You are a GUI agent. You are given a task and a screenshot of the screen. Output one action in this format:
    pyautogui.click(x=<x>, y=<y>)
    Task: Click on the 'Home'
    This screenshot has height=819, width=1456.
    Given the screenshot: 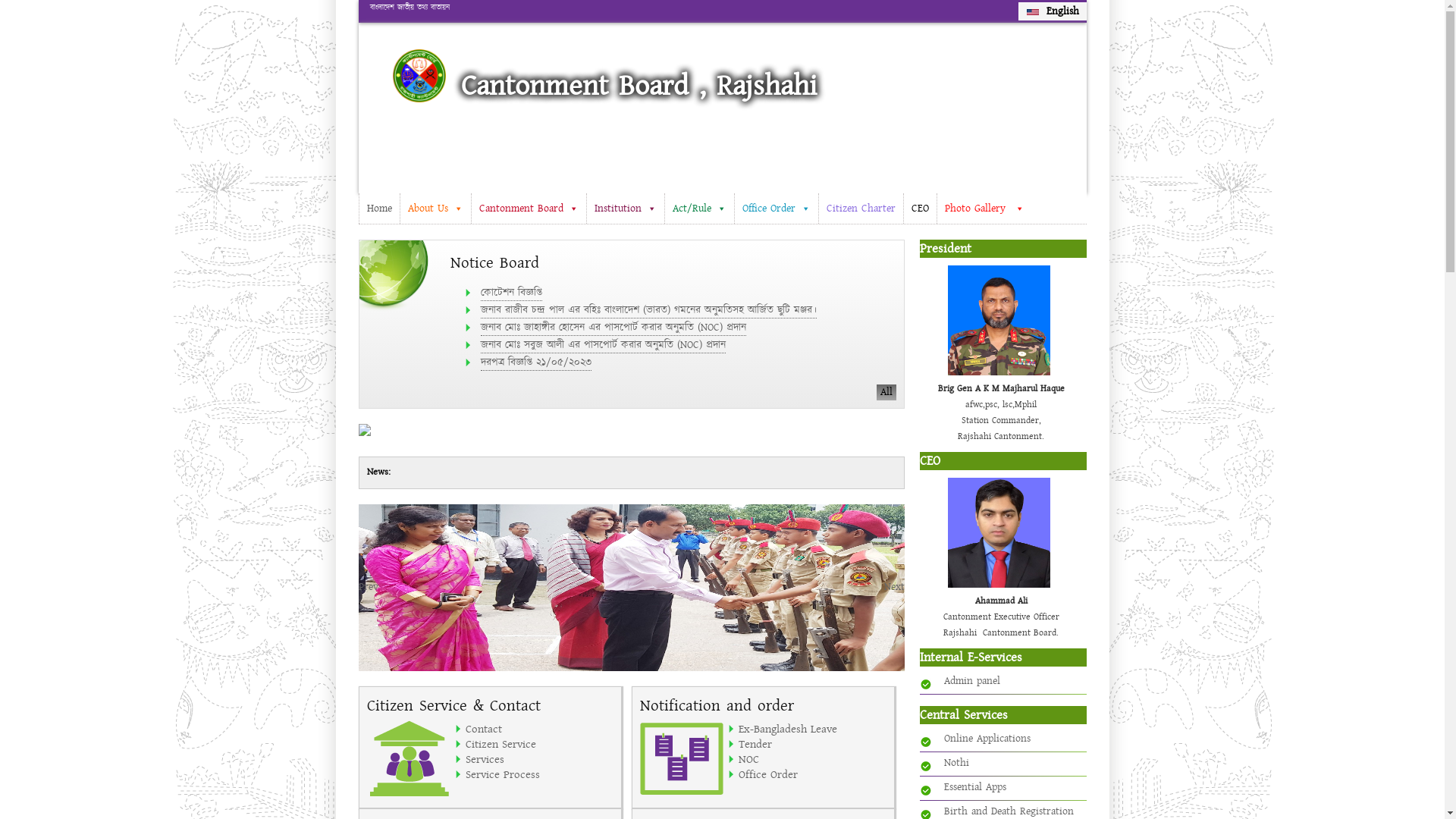 What is the action you would take?
    pyautogui.click(x=378, y=208)
    